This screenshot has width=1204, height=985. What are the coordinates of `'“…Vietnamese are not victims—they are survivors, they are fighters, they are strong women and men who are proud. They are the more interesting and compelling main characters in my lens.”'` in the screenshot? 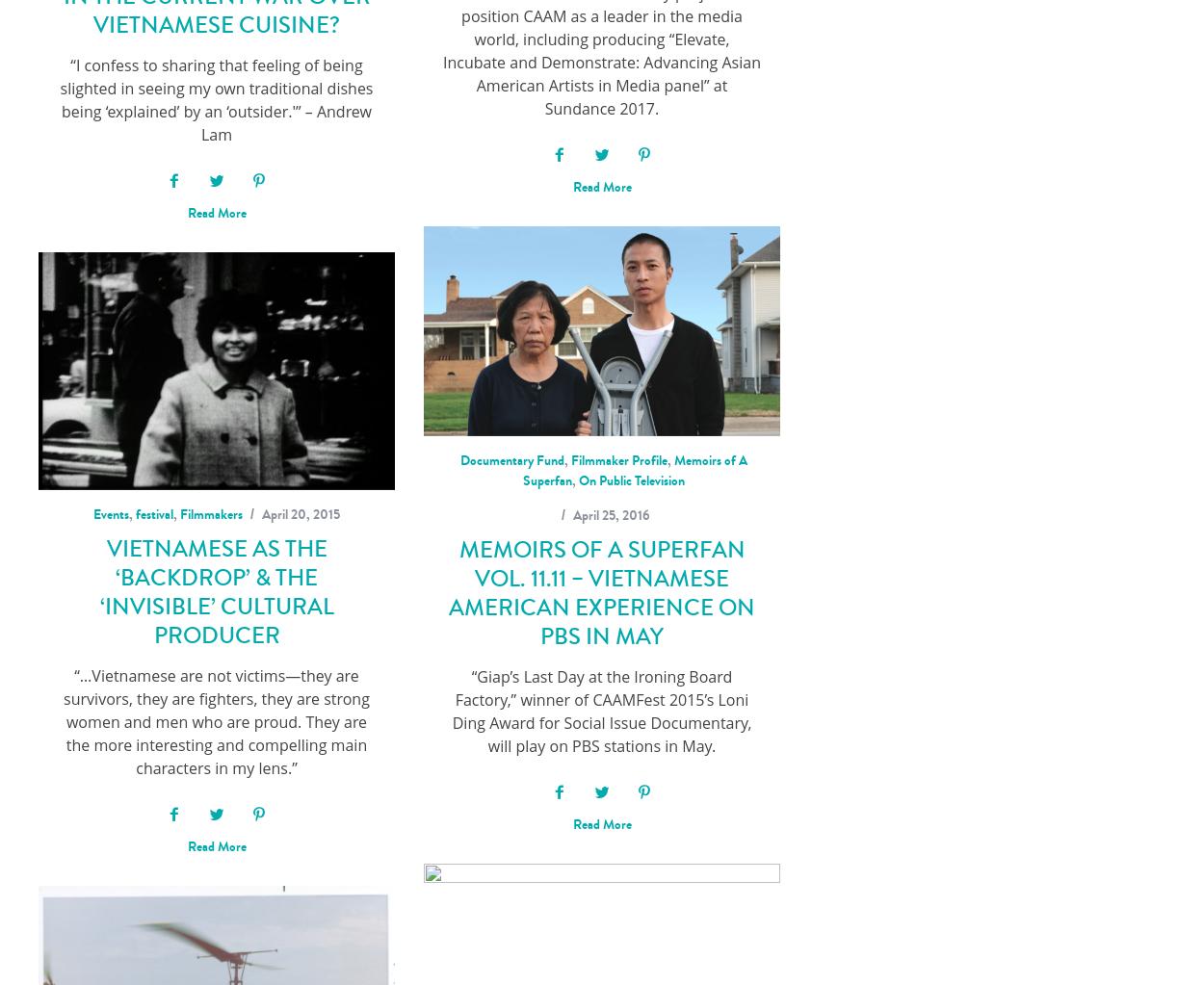 It's located at (215, 720).